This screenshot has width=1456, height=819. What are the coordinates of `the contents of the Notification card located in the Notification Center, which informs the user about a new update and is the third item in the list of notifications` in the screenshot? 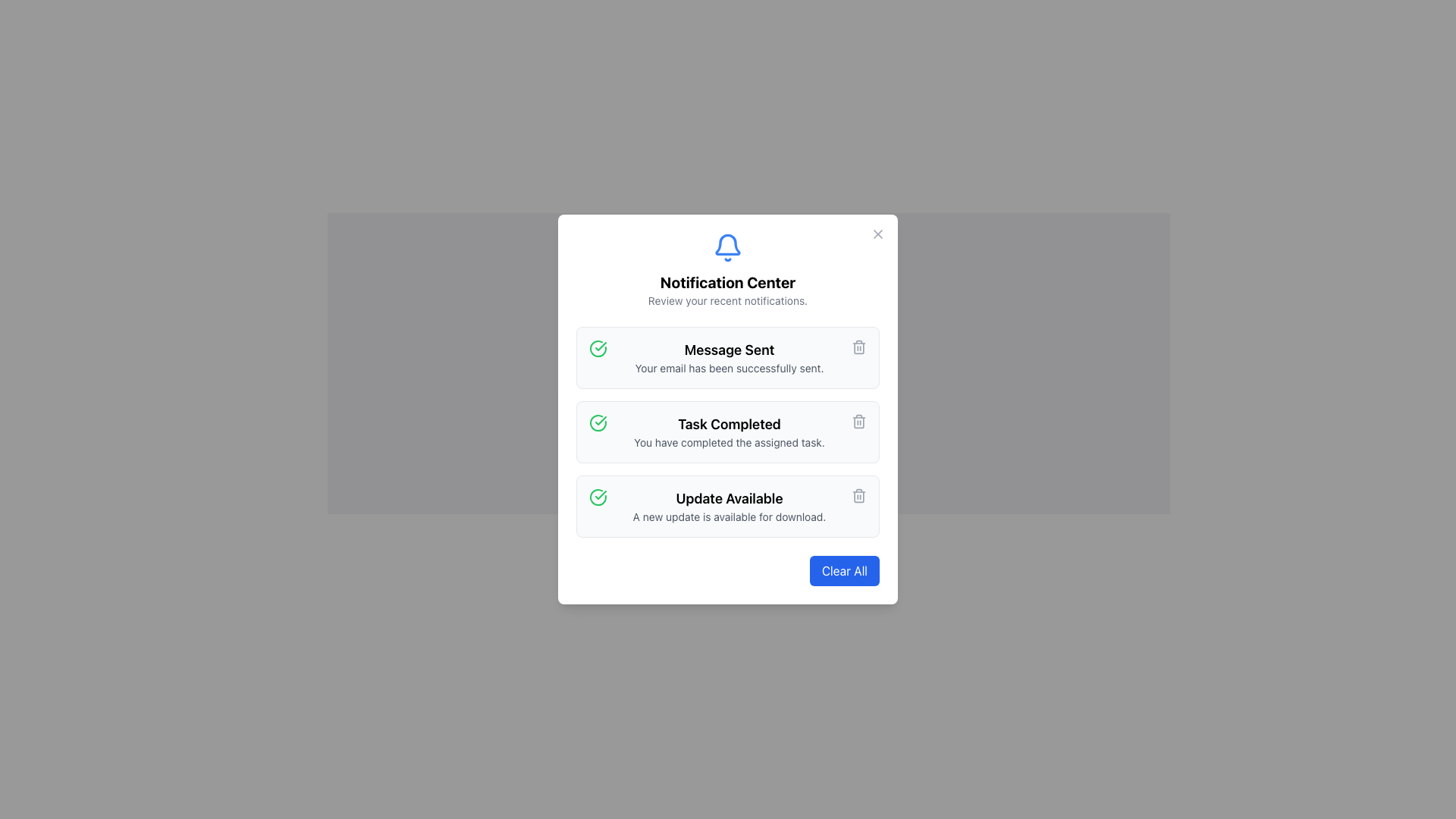 It's located at (728, 506).